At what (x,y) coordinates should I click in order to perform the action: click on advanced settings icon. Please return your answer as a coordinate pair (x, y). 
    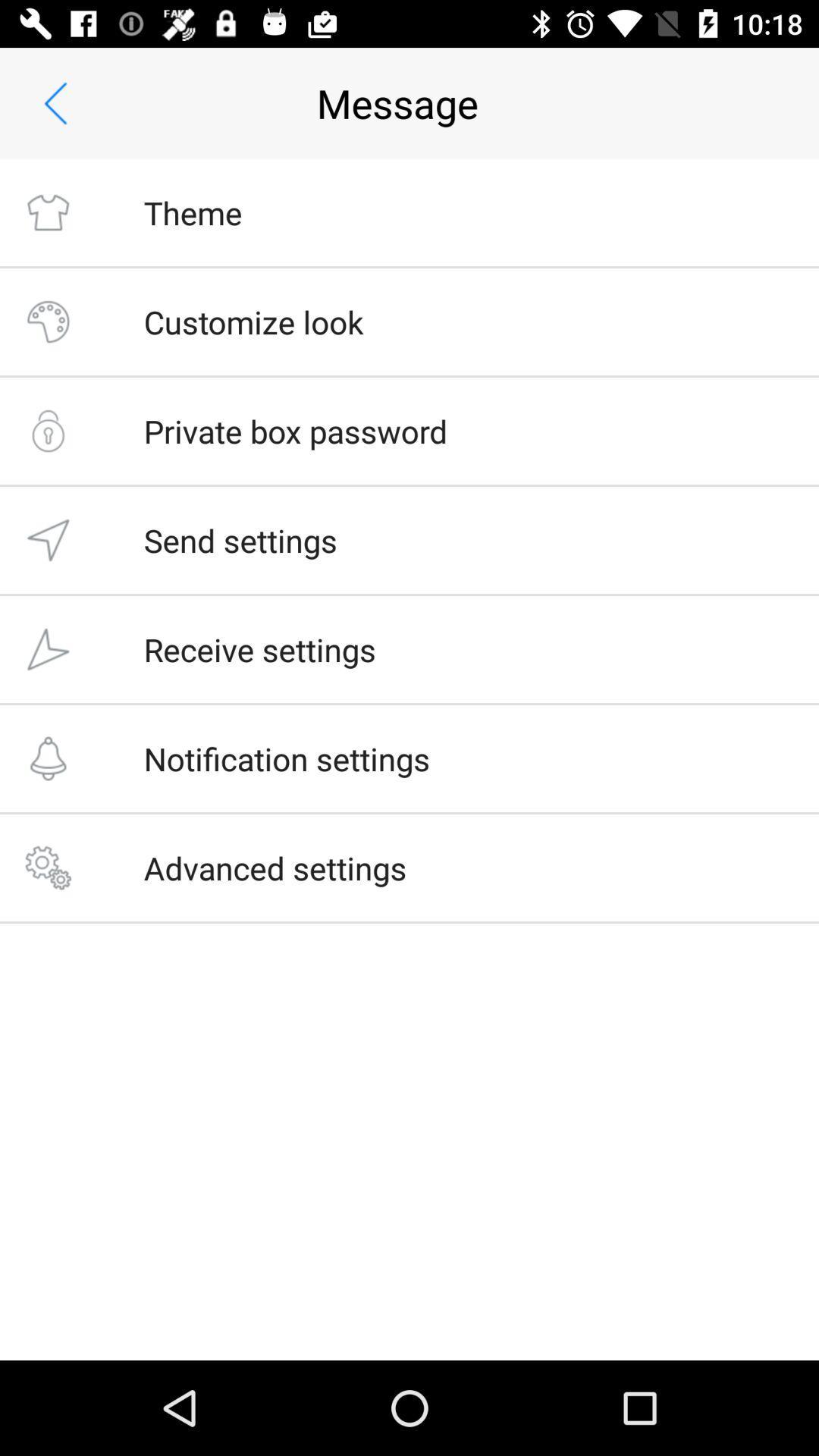
    Looking at the image, I should click on (275, 868).